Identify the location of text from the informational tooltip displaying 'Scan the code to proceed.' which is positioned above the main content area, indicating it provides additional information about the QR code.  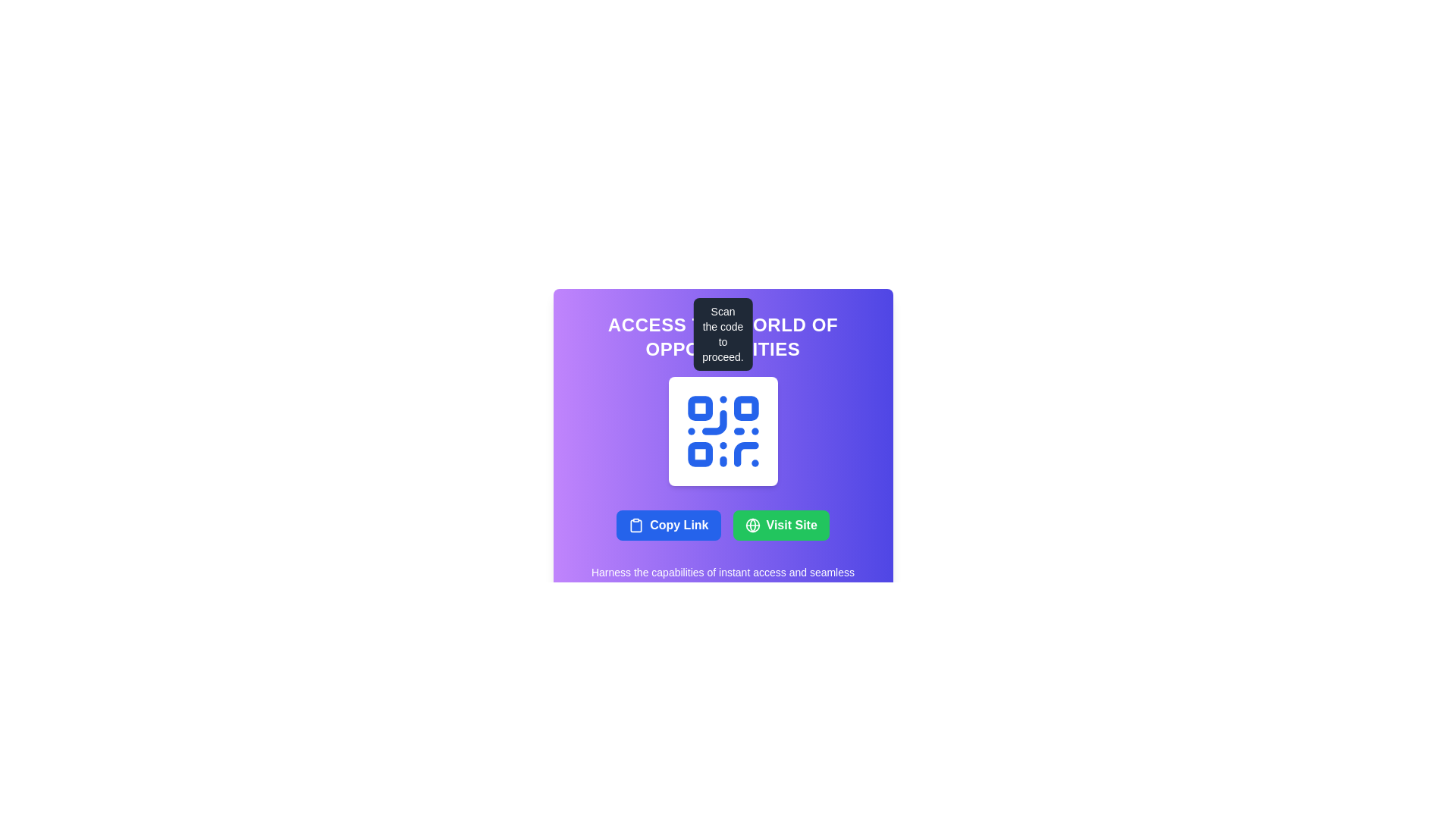
(722, 333).